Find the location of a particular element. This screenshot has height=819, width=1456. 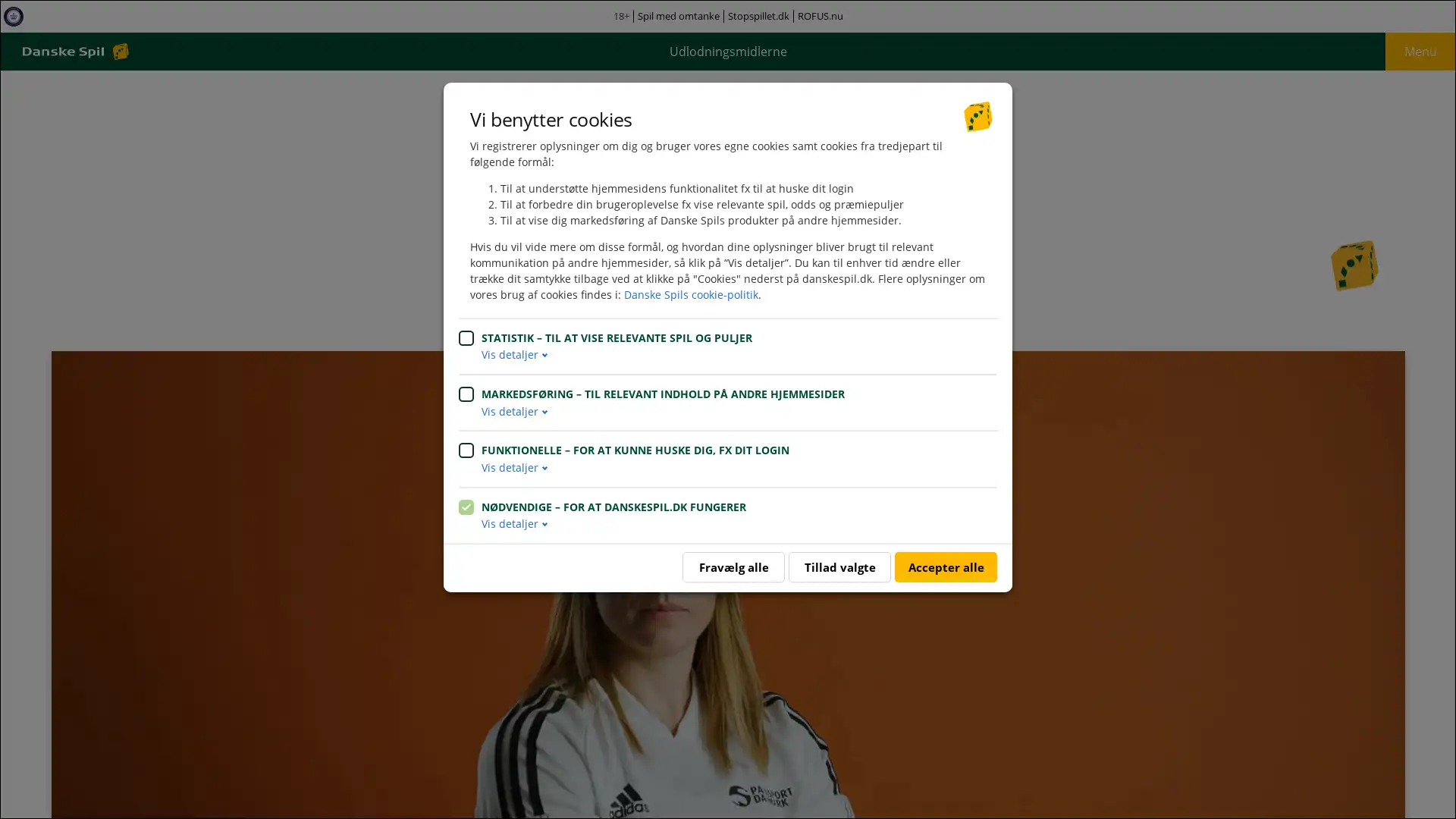

Accepter alle is located at coordinates (945, 567).